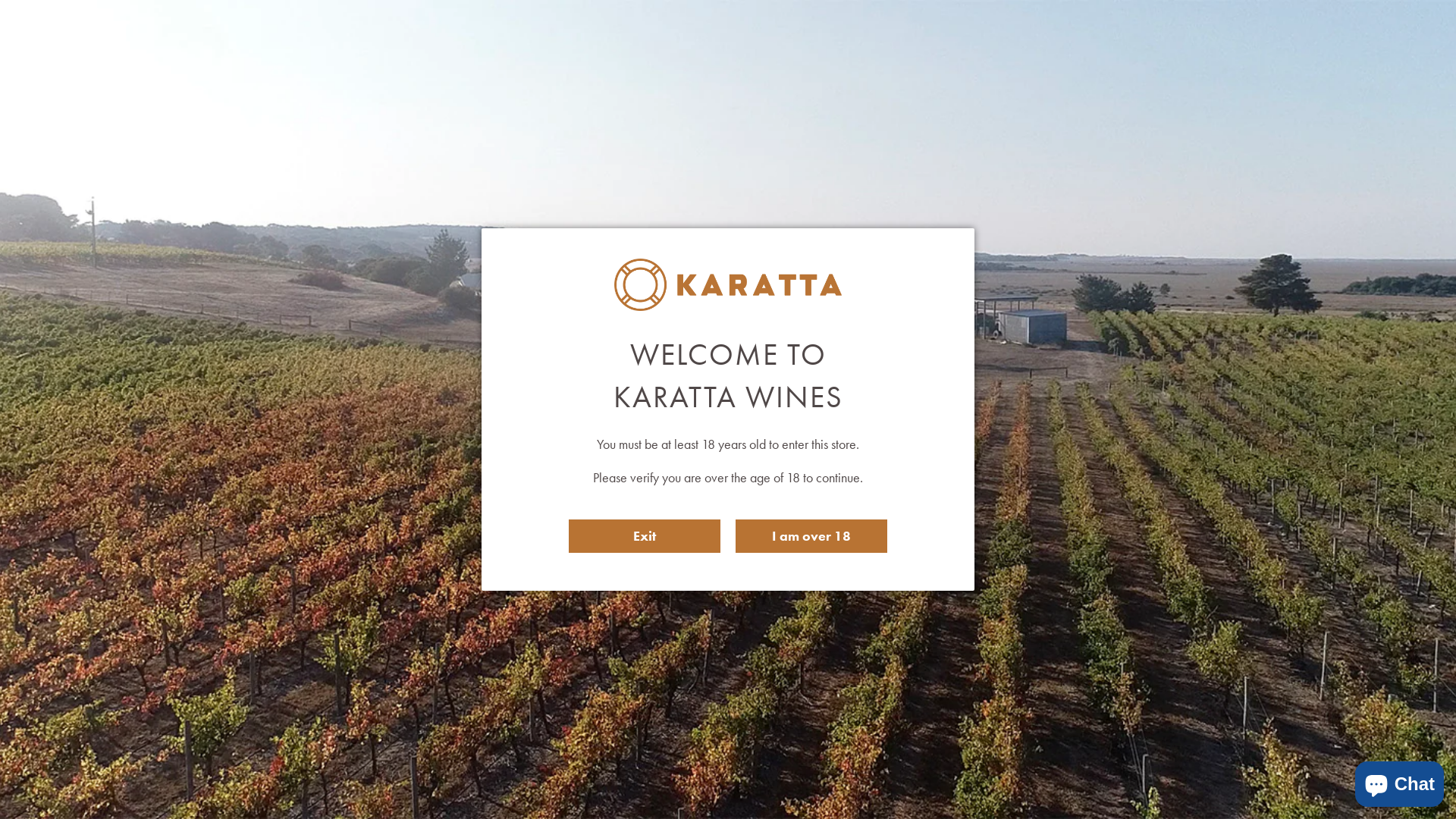 The width and height of the screenshot is (1456, 819). Describe the element at coordinates (1350, 780) in the screenshot. I see `'Shopify online store chat'` at that location.